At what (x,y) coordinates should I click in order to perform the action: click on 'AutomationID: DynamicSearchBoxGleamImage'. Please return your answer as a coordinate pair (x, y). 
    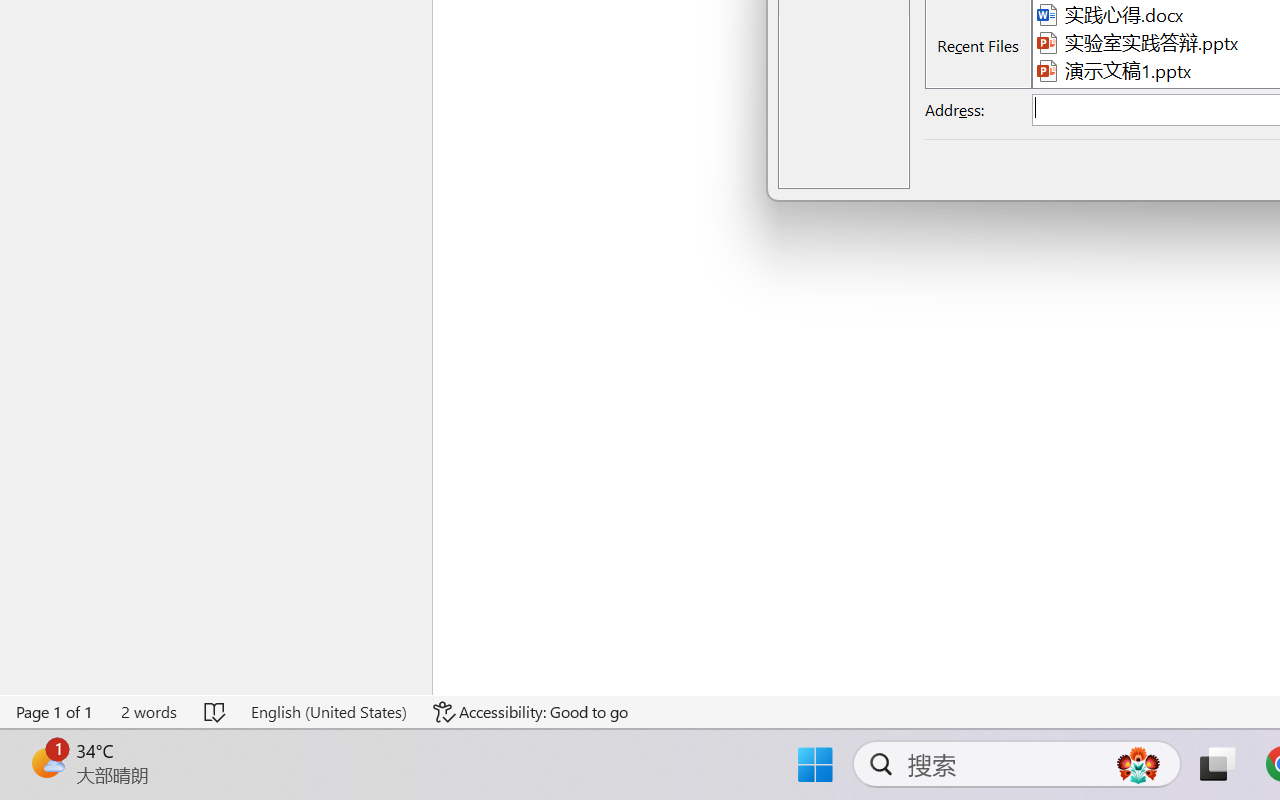
    Looking at the image, I should click on (1138, 764).